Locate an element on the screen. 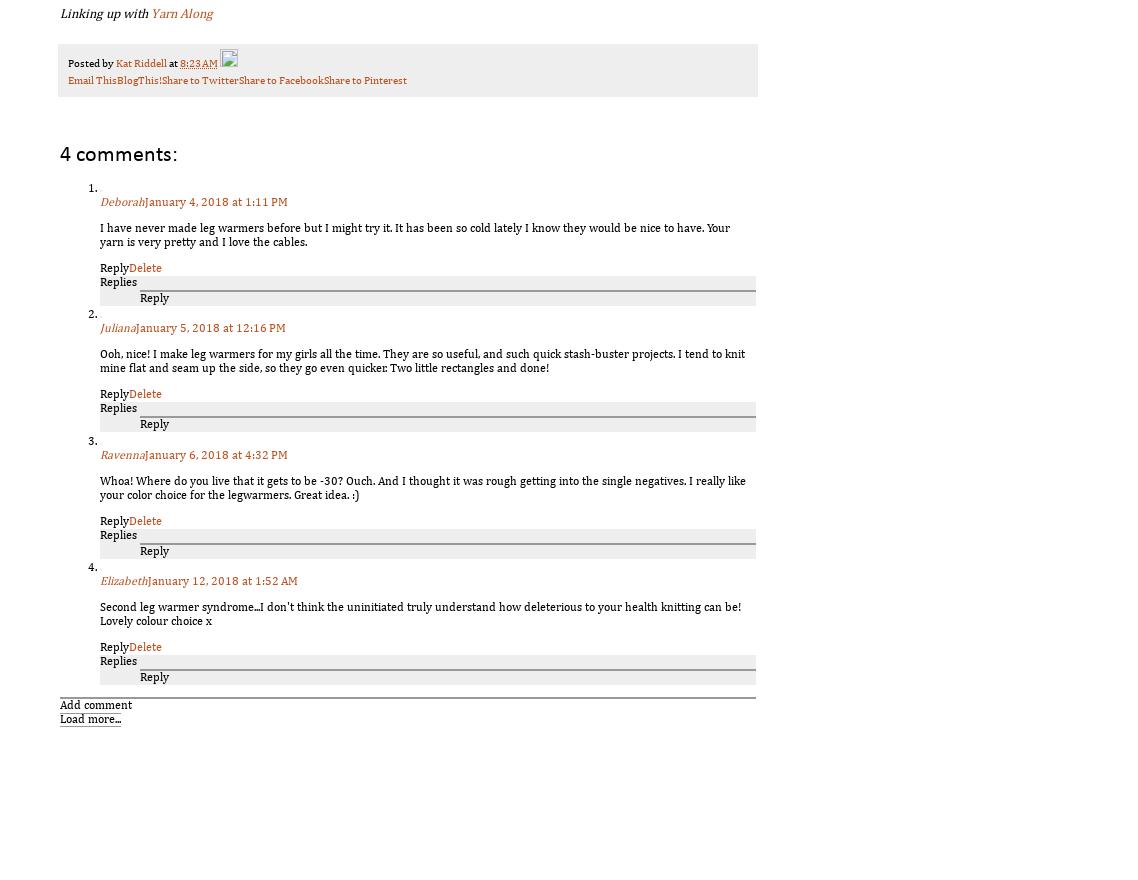 The height and width of the screenshot is (880, 1138). 'January 12, 2018 at 1:52 AM' is located at coordinates (222, 580).